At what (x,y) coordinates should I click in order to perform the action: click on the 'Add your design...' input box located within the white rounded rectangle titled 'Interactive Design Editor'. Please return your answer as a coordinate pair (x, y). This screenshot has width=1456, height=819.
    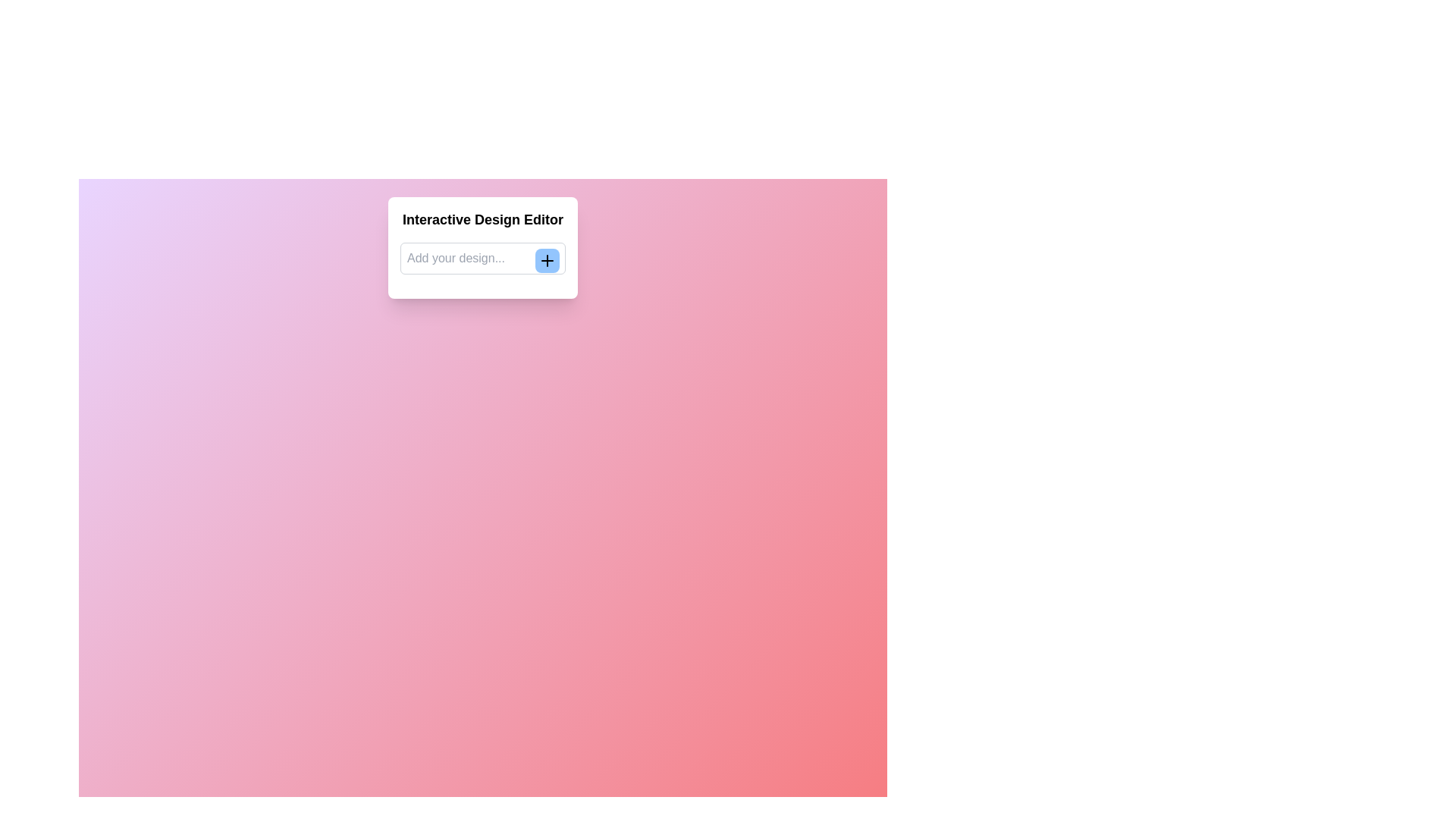
    Looking at the image, I should click on (482, 247).